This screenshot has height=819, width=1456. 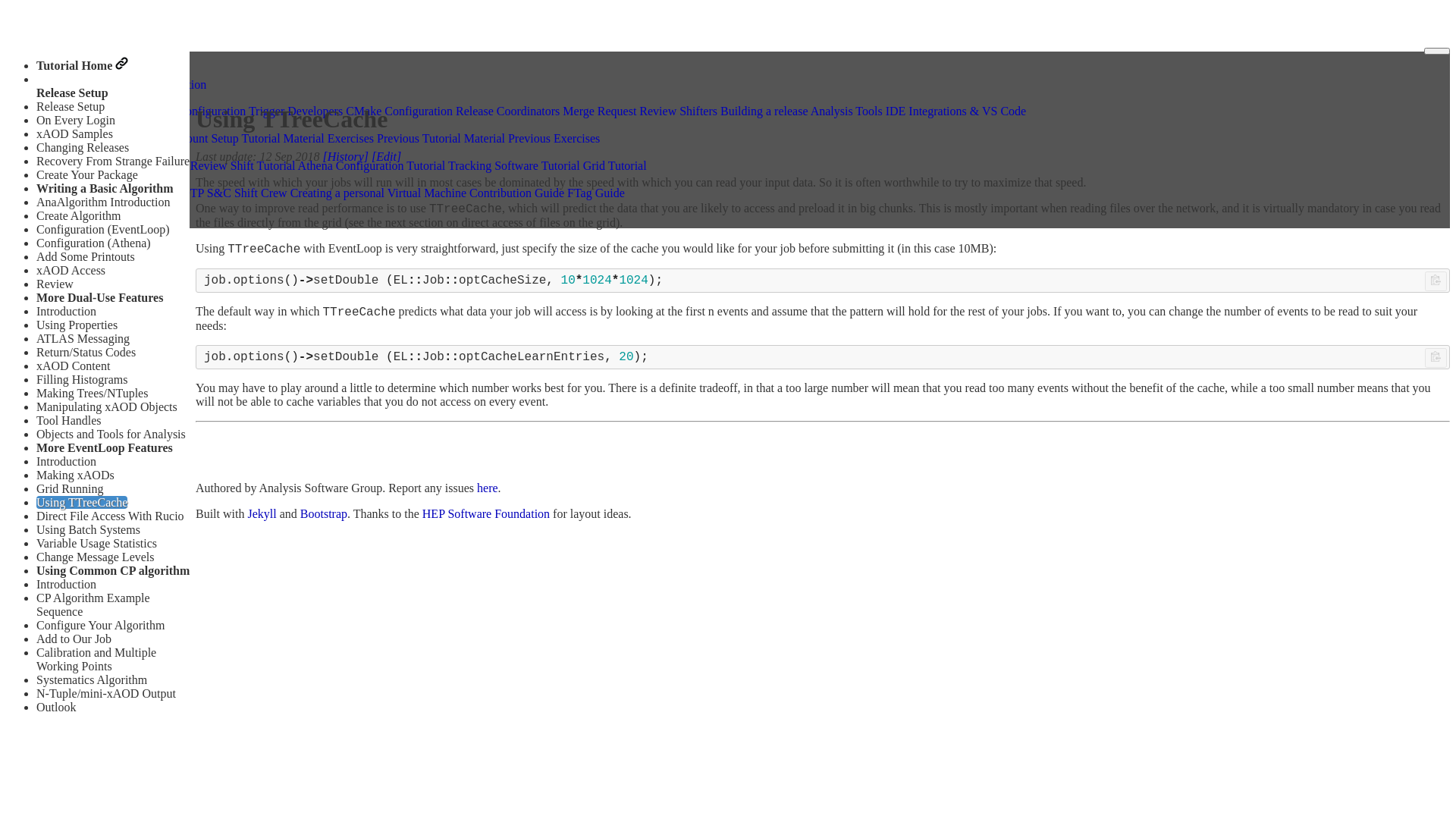 I want to click on 'Systematics Algorithm', so click(x=90, y=679).